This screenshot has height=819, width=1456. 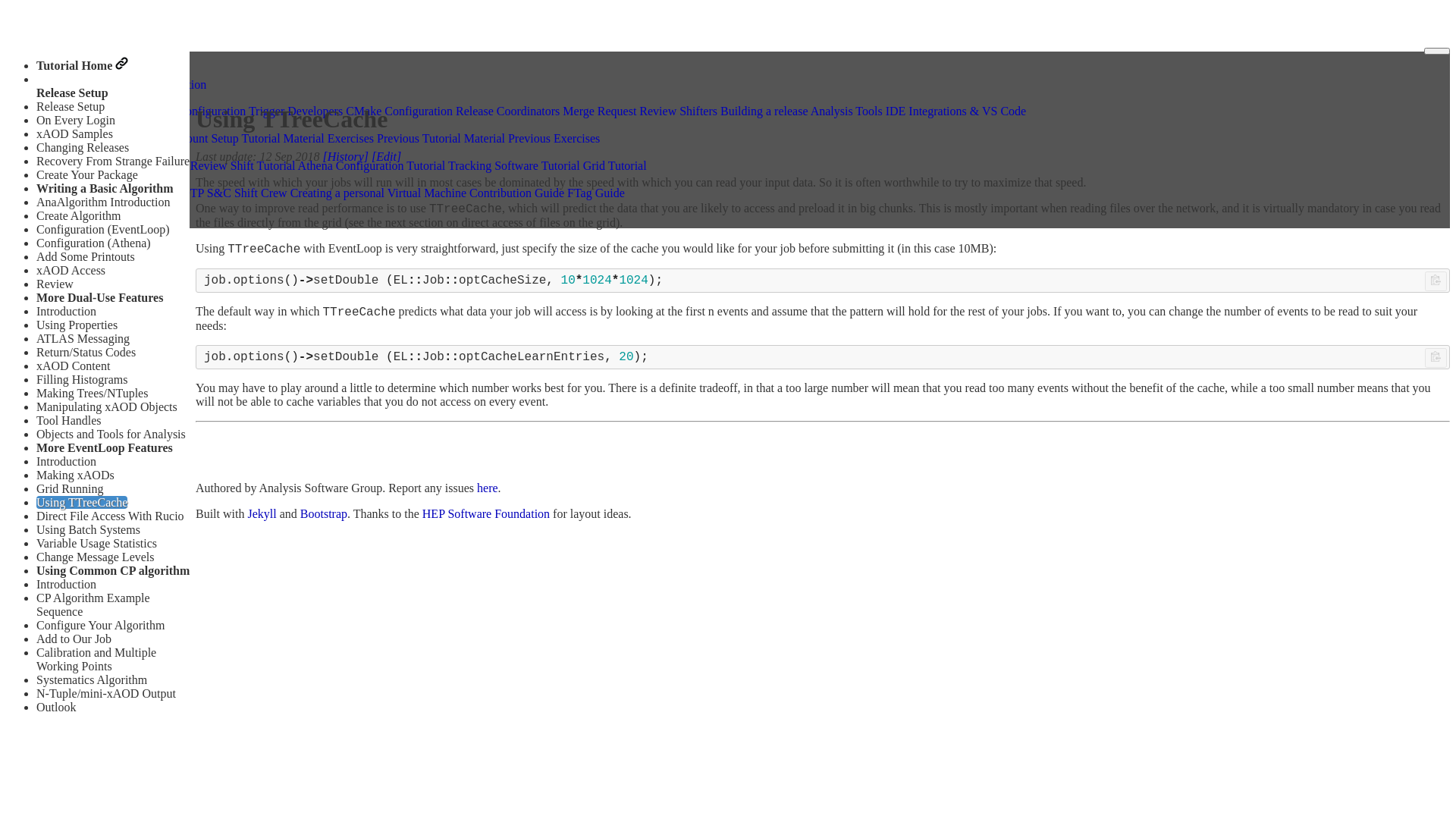 I want to click on 'Systematics Algorithm', so click(x=90, y=679).